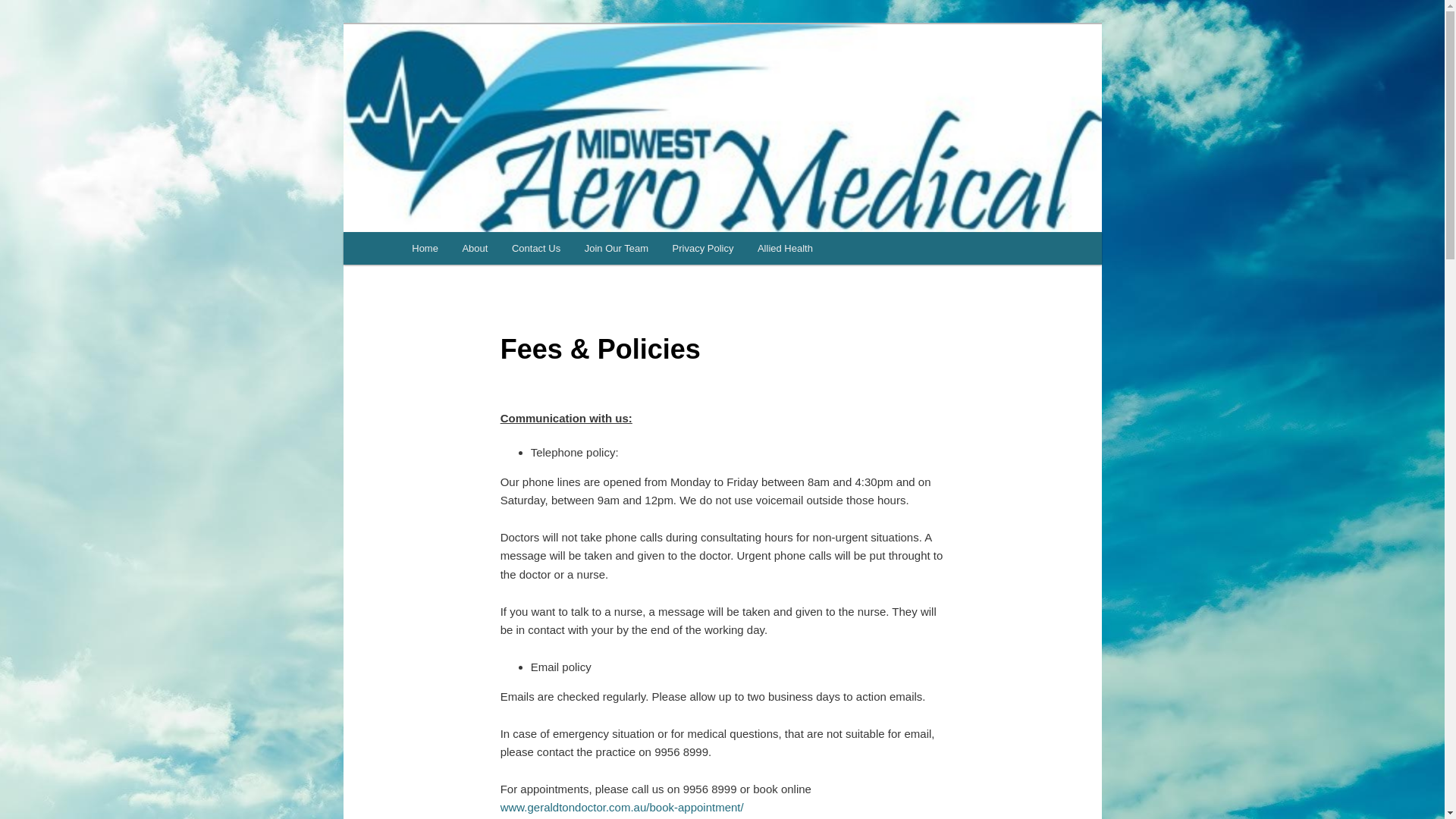 The height and width of the screenshot is (819, 1456). I want to click on 'Contact Us', so click(535, 247).